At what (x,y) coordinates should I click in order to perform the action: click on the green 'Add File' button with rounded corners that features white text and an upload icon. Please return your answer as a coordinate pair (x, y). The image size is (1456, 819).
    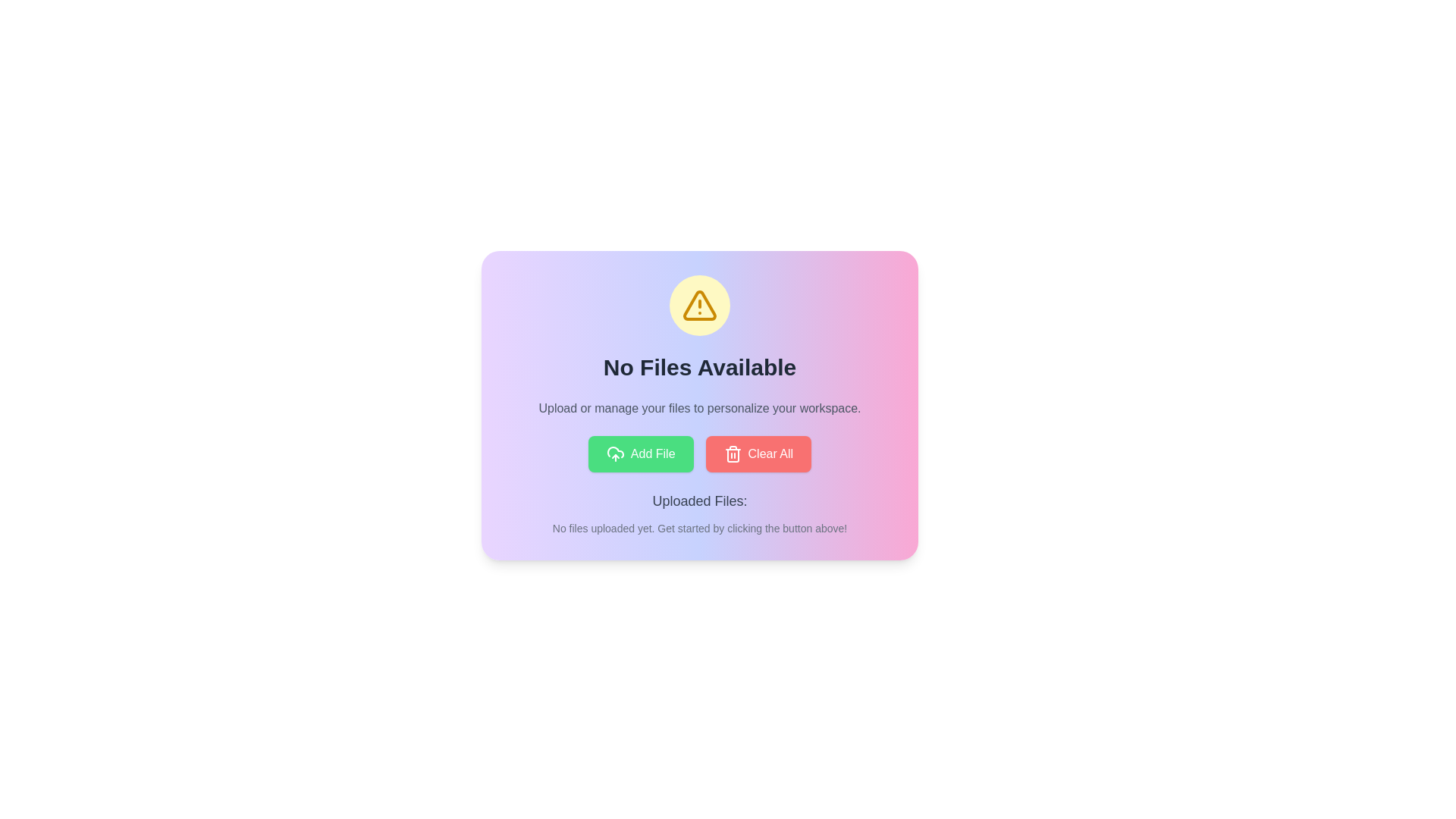
    Looking at the image, I should click on (641, 453).